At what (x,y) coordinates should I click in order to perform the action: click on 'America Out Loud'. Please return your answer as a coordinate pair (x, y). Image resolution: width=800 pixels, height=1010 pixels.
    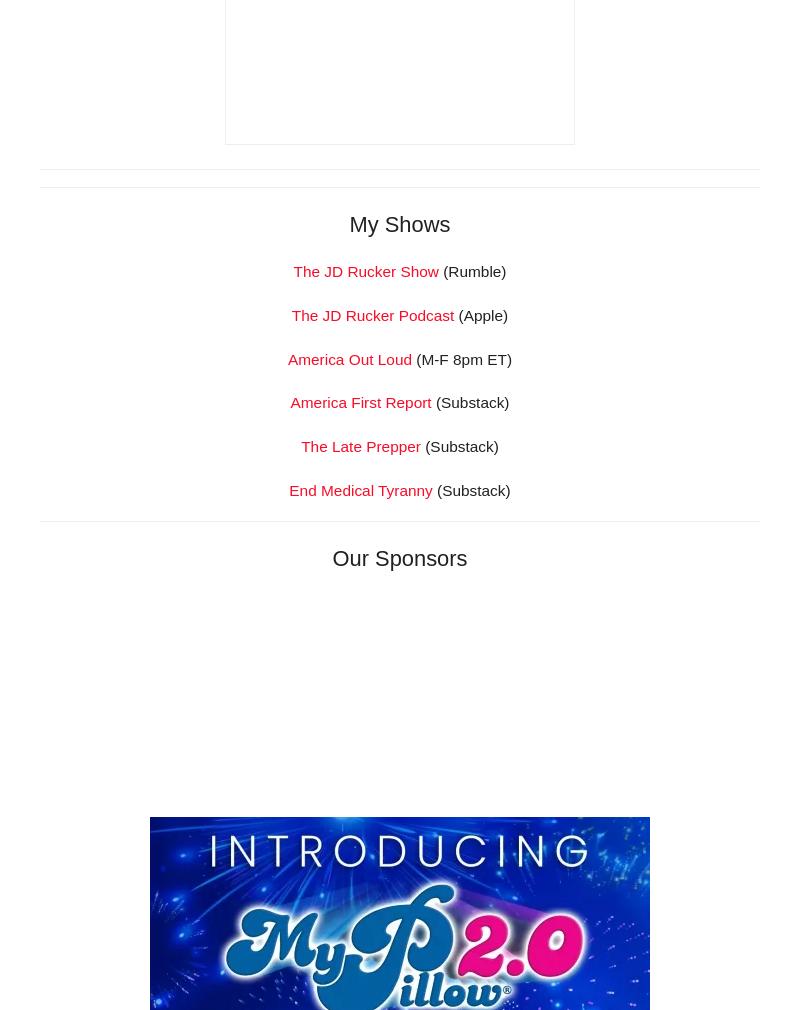
    Looking at the image, I should click on (349, 637).